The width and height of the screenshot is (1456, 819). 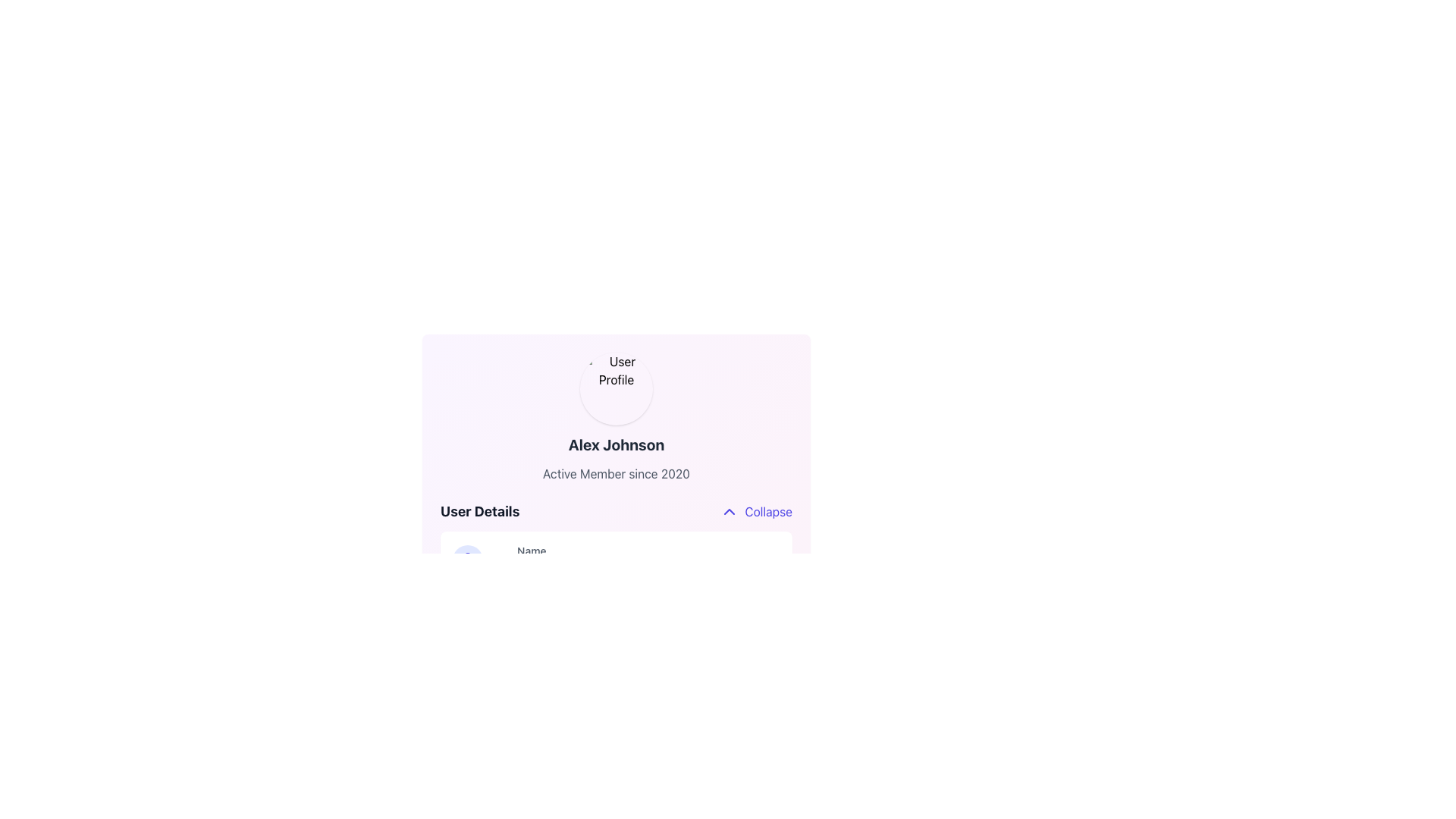 What do you see at coordinates (730, 512) in the screenshot?
I see `the collapse icon located to the left of the 'Collapse' label in the bottom-right section of the card-like structure` at bounding box center [730, 512].